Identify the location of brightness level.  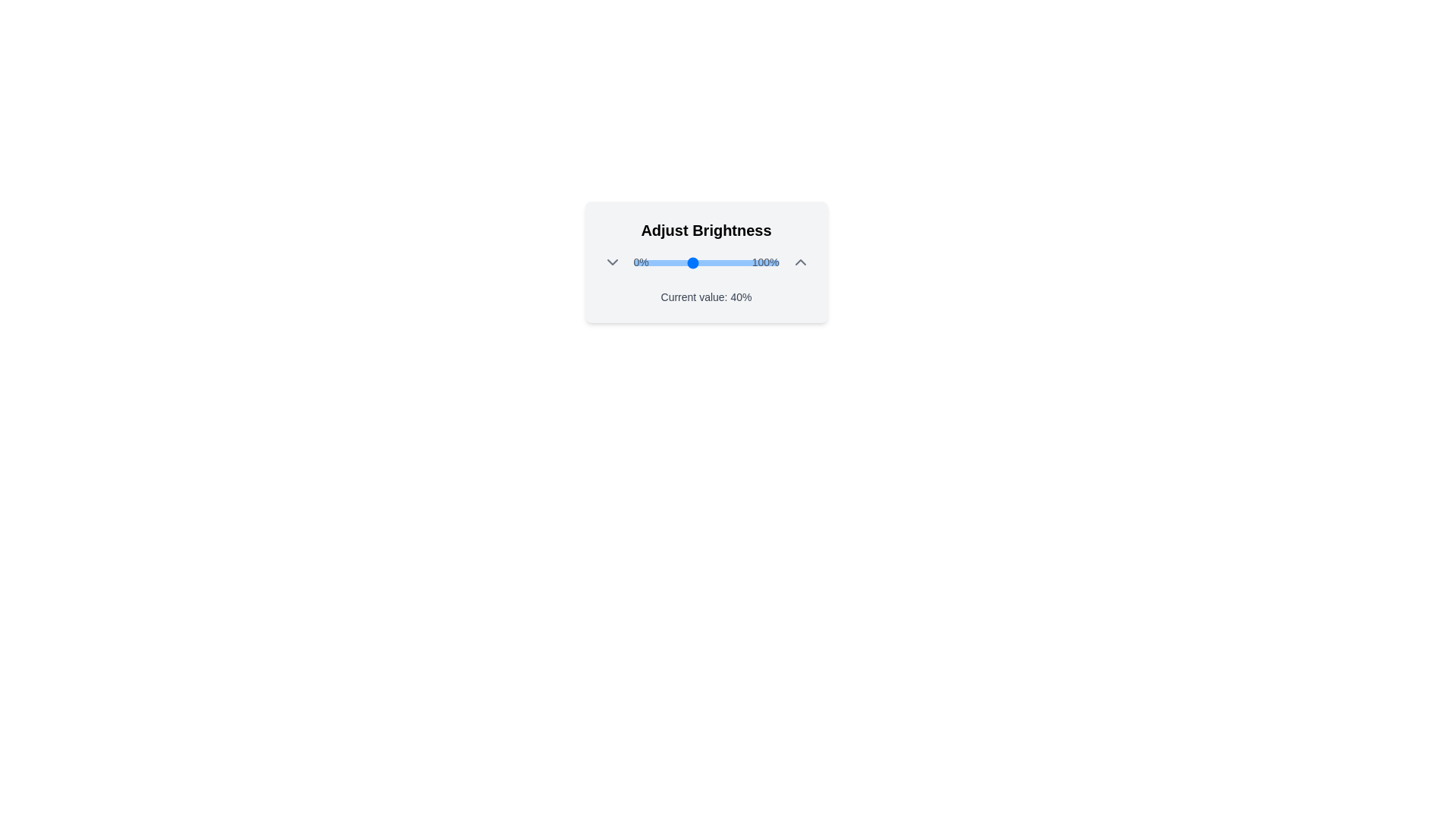
(639, 262).